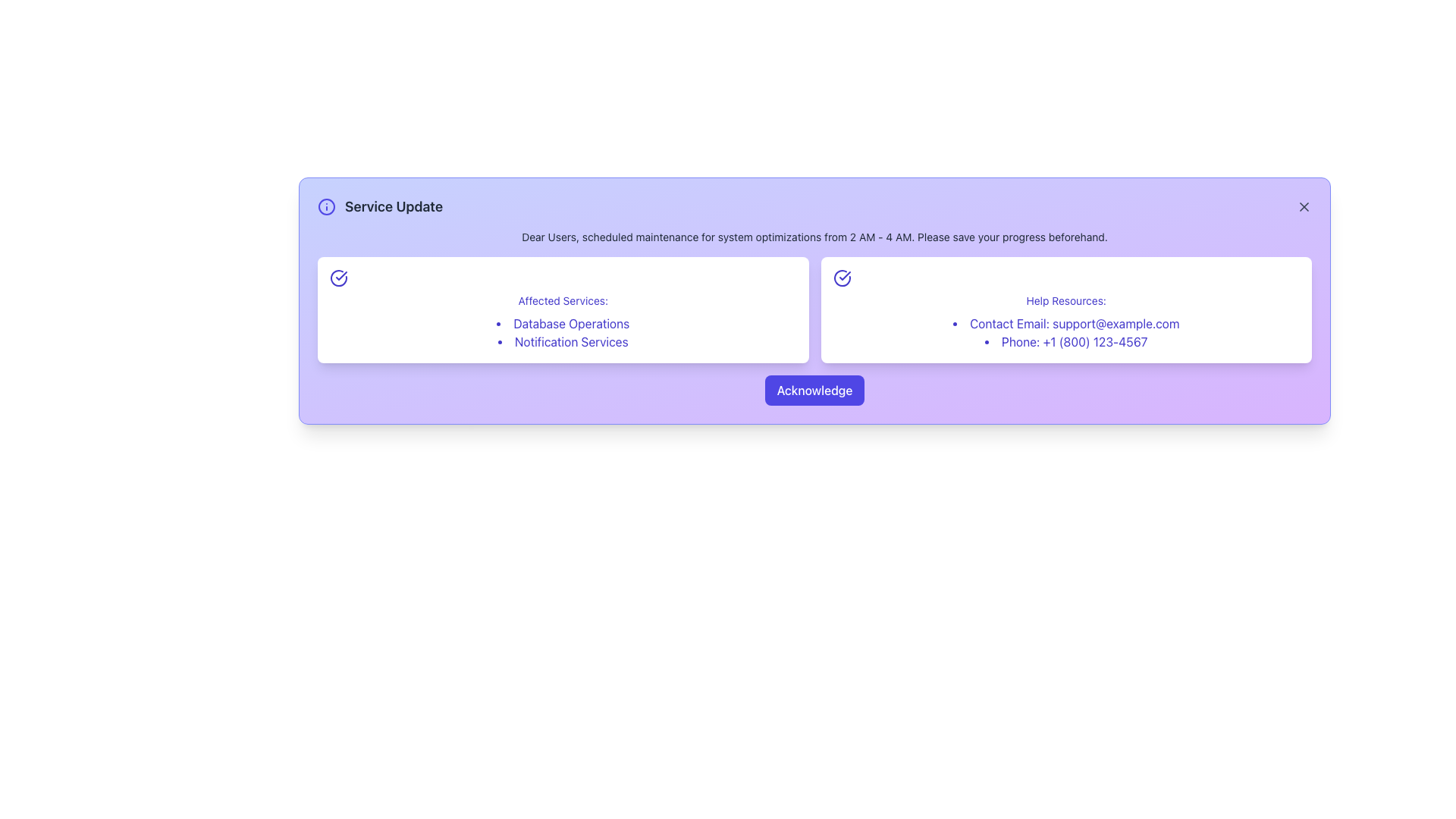  What do you see at coordinates (1065, 301) in the screenshot?
I see `the text label indicating the purpose or category of the information in the upper section of the right panel of the dialog box` at bounding box center [1065, 301].